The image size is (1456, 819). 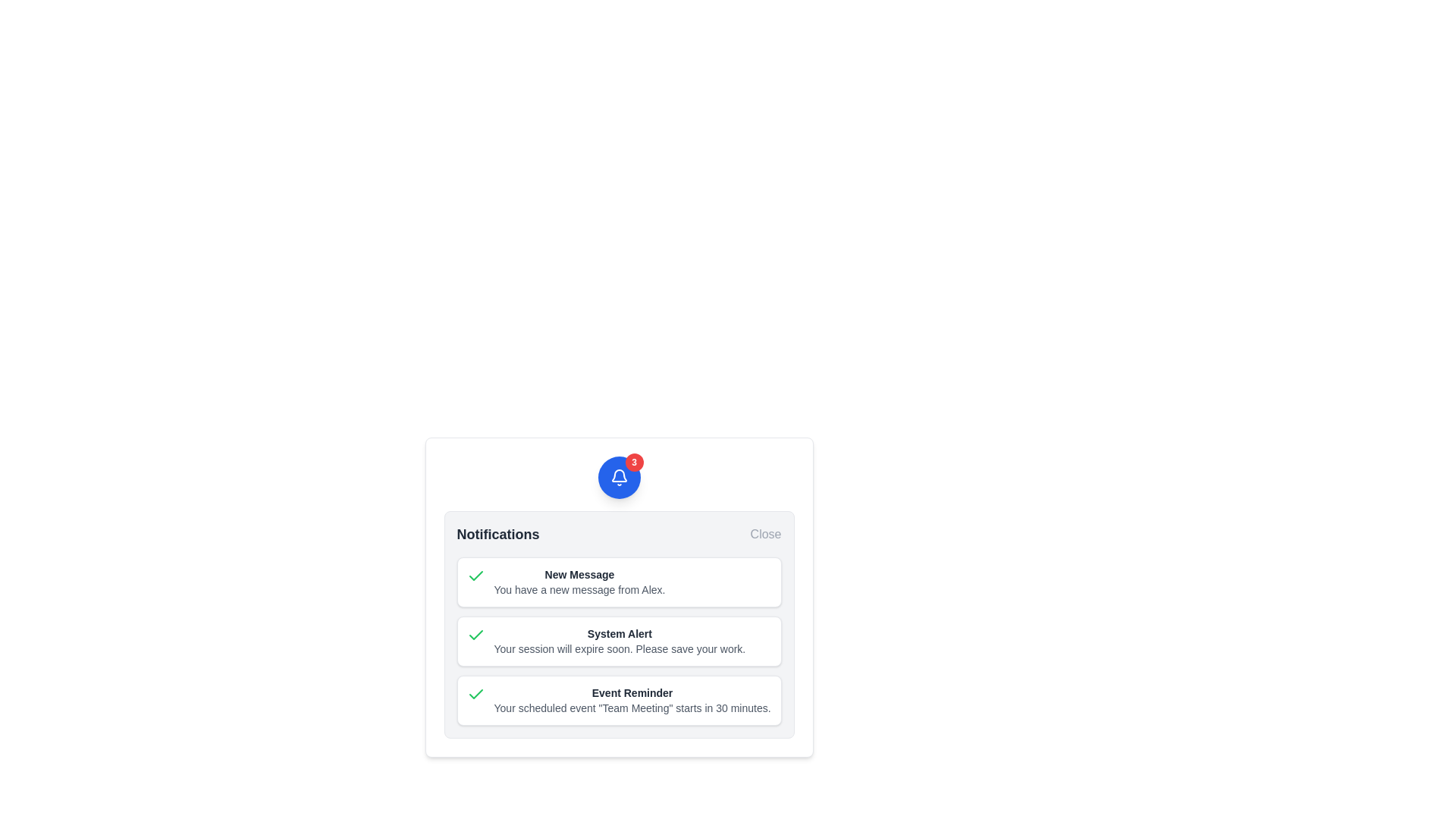 What do you see at coordinates (632, 701) in the screenshot?
I see `the last notification element titled 'Event Reminder' which displays the message 'Your scheduled event "Team Meeting" starts in 30 minutes.'` at bounding box center [632, 701].